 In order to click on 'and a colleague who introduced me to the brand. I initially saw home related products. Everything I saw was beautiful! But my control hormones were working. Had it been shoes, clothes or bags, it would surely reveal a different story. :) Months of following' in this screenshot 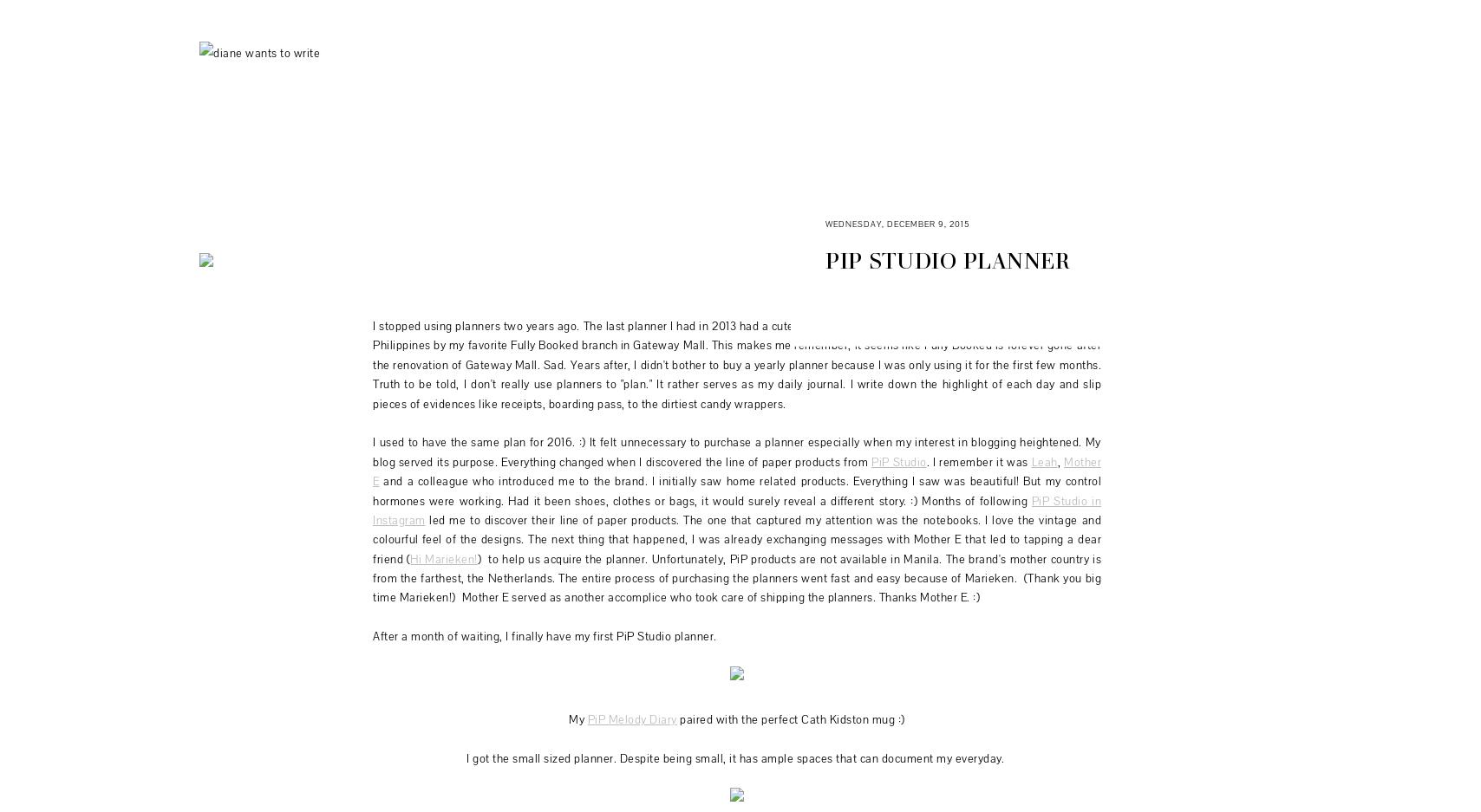, I will do `click(737, 490)`.